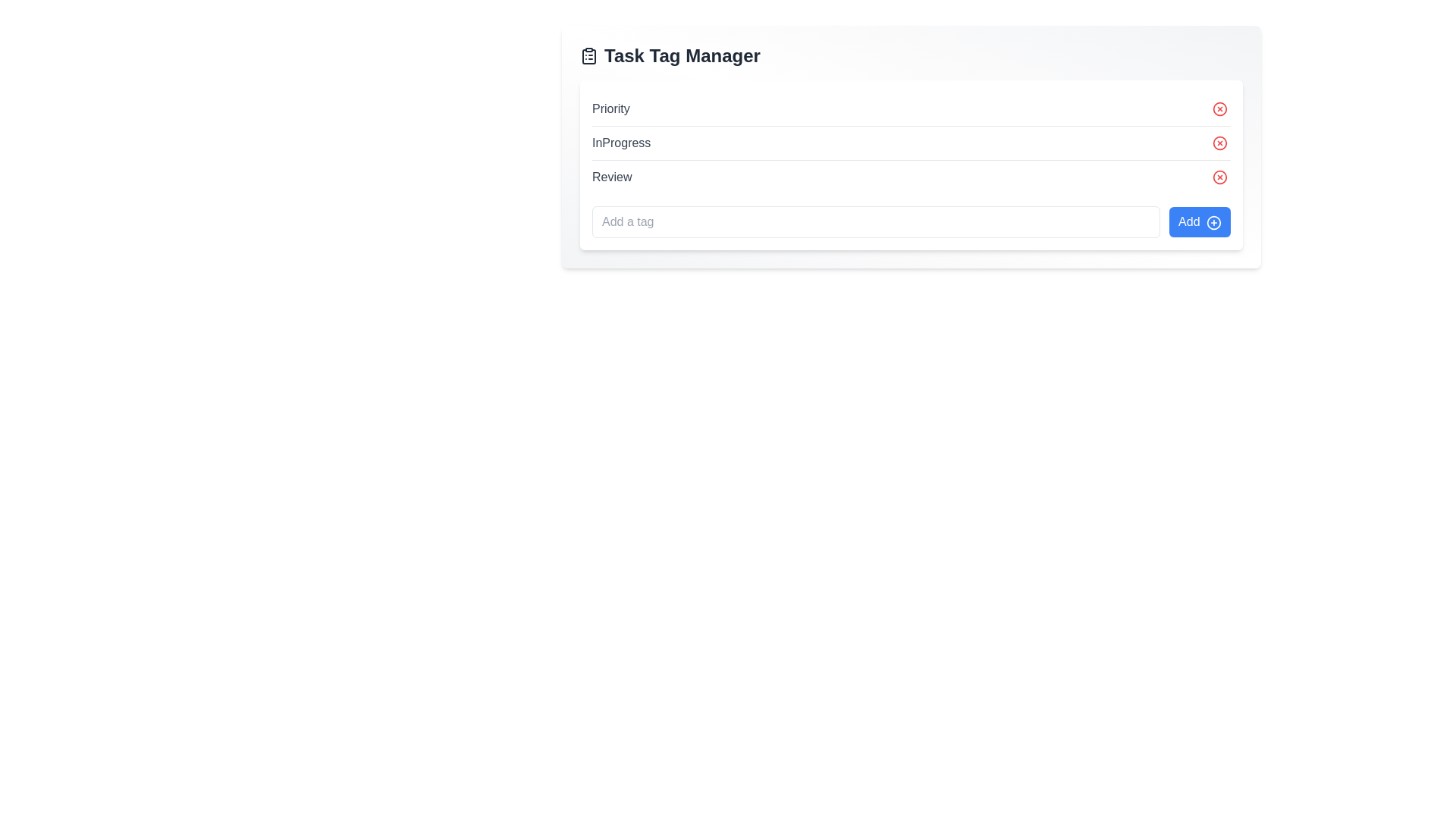 The height and width of the screenshot is (819, 1456). What do you see at coordinates (910, 222) in the screenshot?
I see `the 'Add' button located at the bottom section of the 'Task Tag Manager' card` at bounding box center [910, 222].